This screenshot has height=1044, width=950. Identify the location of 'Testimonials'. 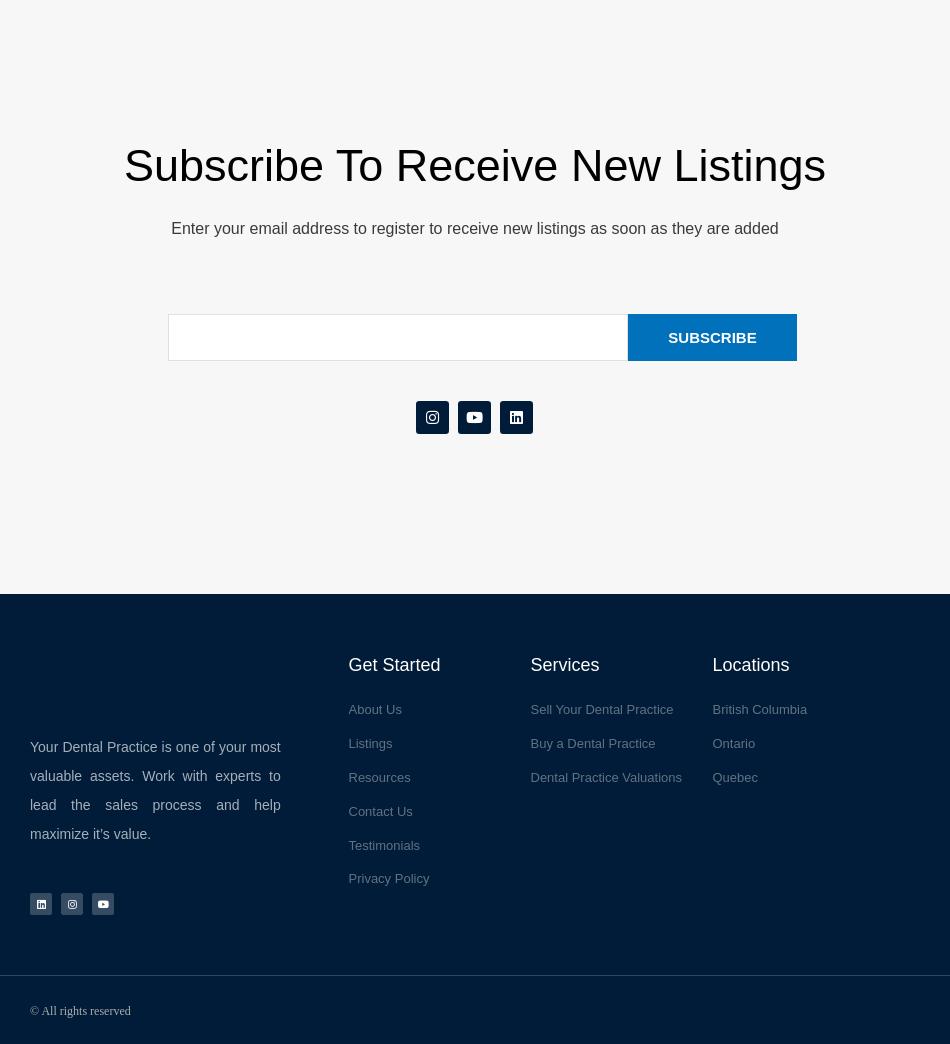
(382, 843).